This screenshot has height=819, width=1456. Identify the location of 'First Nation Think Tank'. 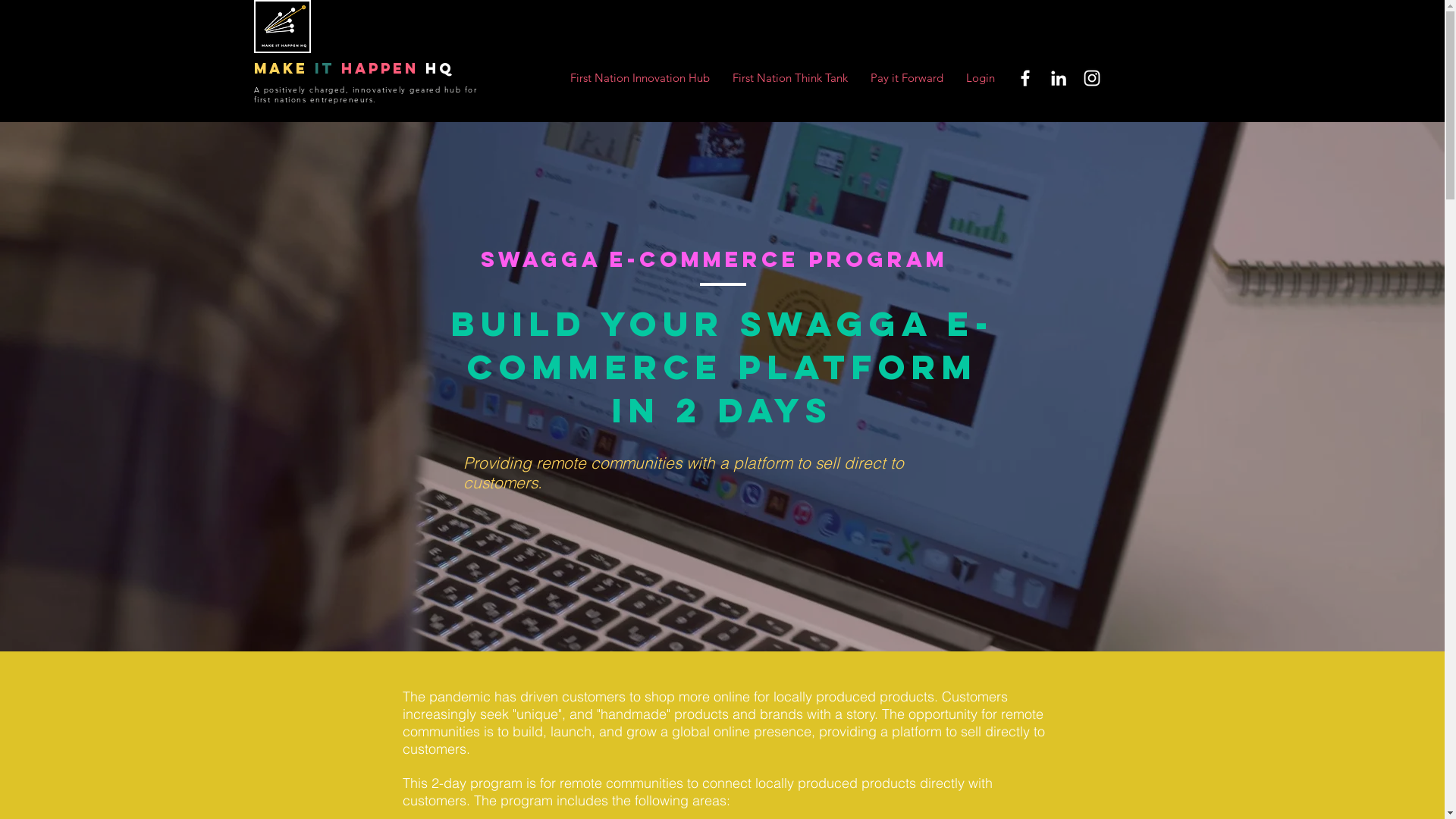
(789, 78).